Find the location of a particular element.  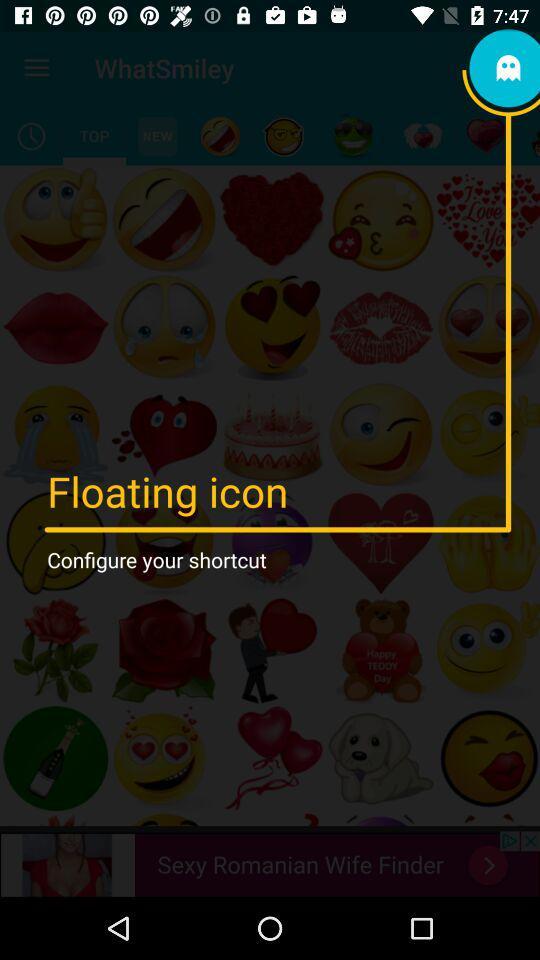

heart icon is located at coordinates (485, 135).